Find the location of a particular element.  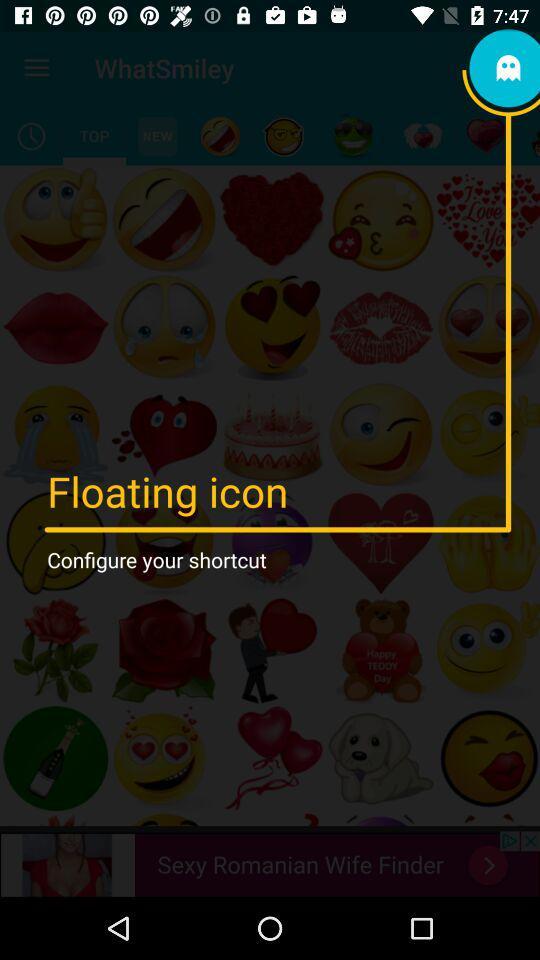

heart icon is located at coordinates (485, 135).